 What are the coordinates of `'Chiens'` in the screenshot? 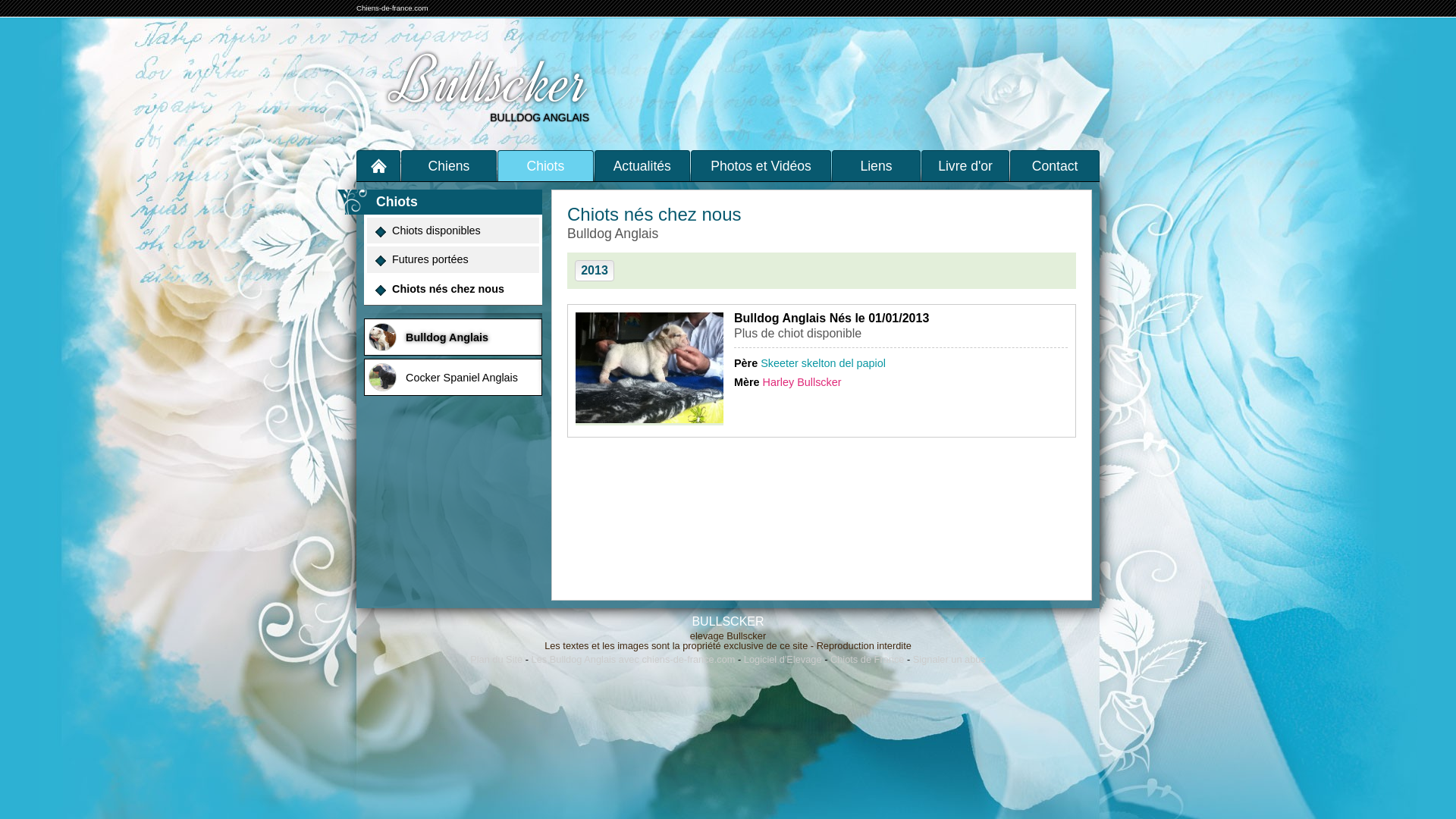 It's located at (447, 165).